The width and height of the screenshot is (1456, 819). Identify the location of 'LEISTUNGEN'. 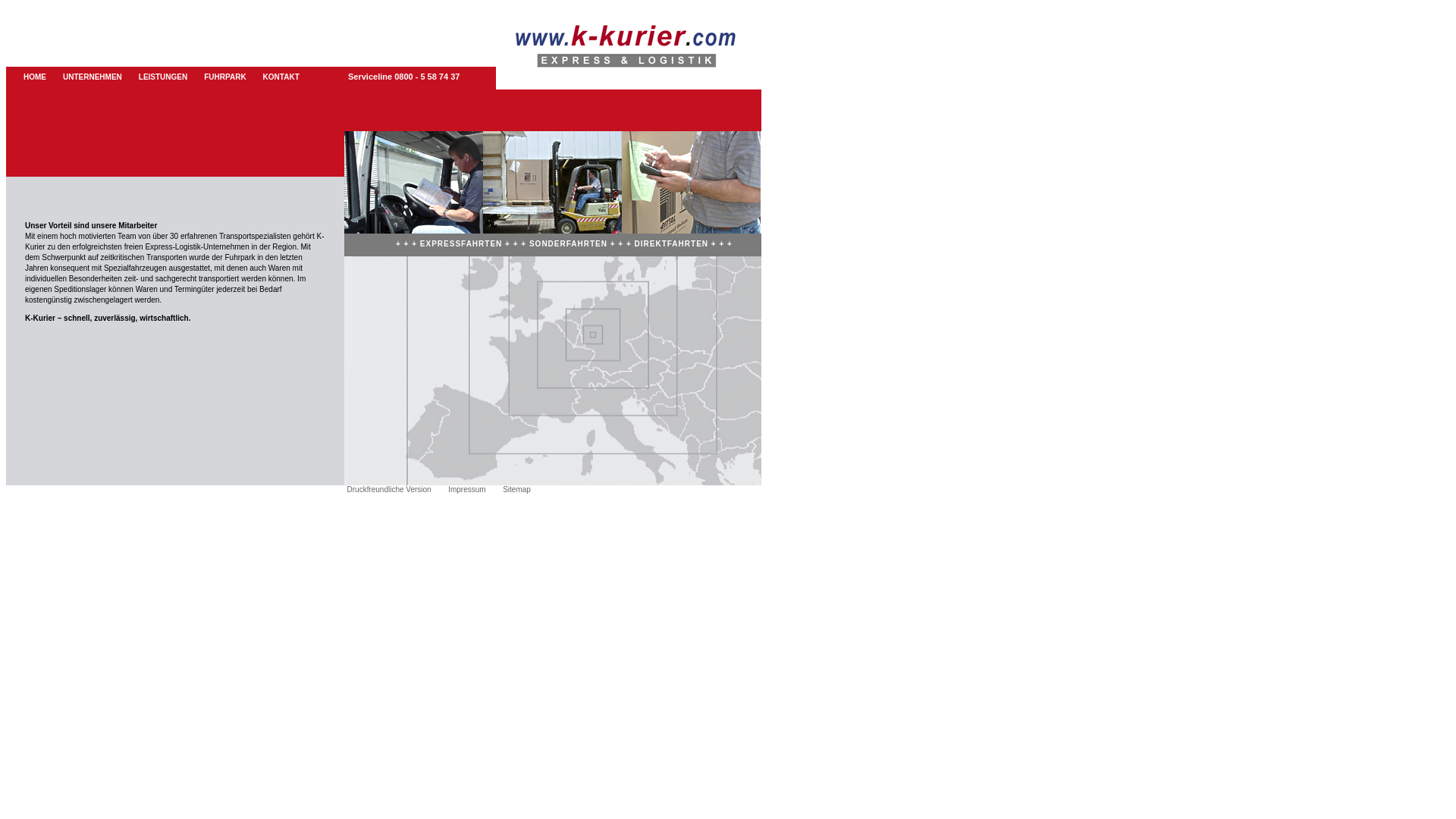
(163, 77).